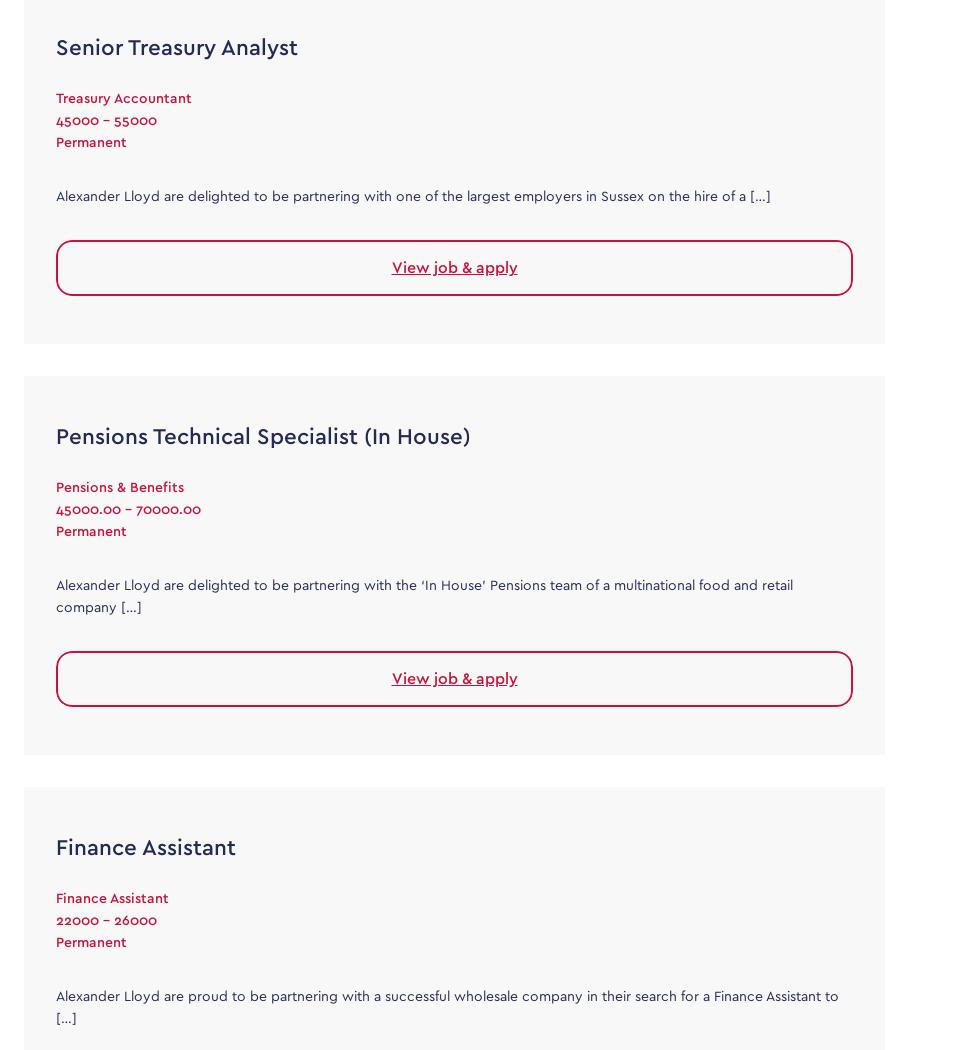 Image resolution: width=957 pixels, height=1050 pixels. I want to click on '22000 - 26000', so click(54, 920).